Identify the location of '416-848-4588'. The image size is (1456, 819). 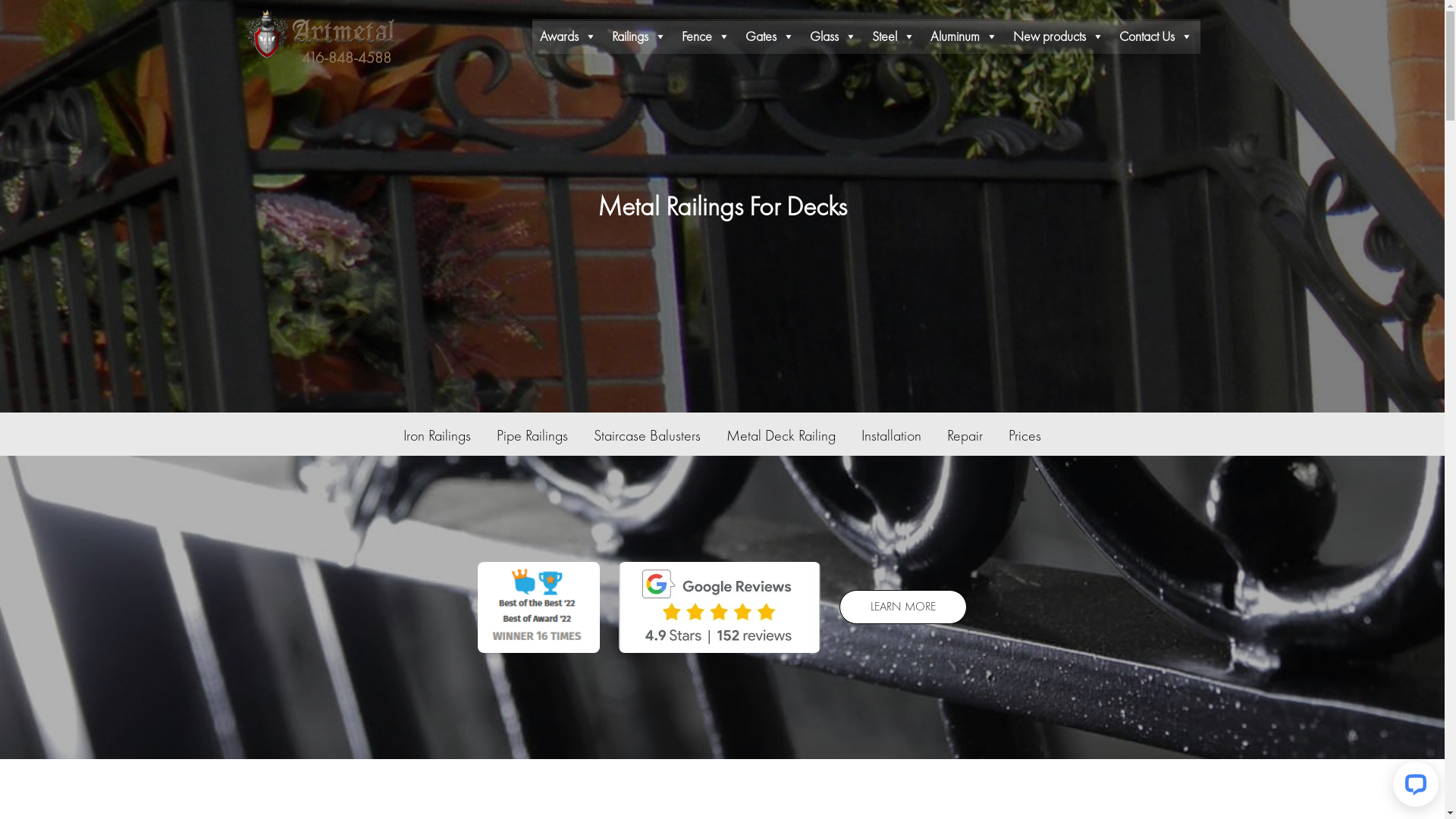
(345, 57).